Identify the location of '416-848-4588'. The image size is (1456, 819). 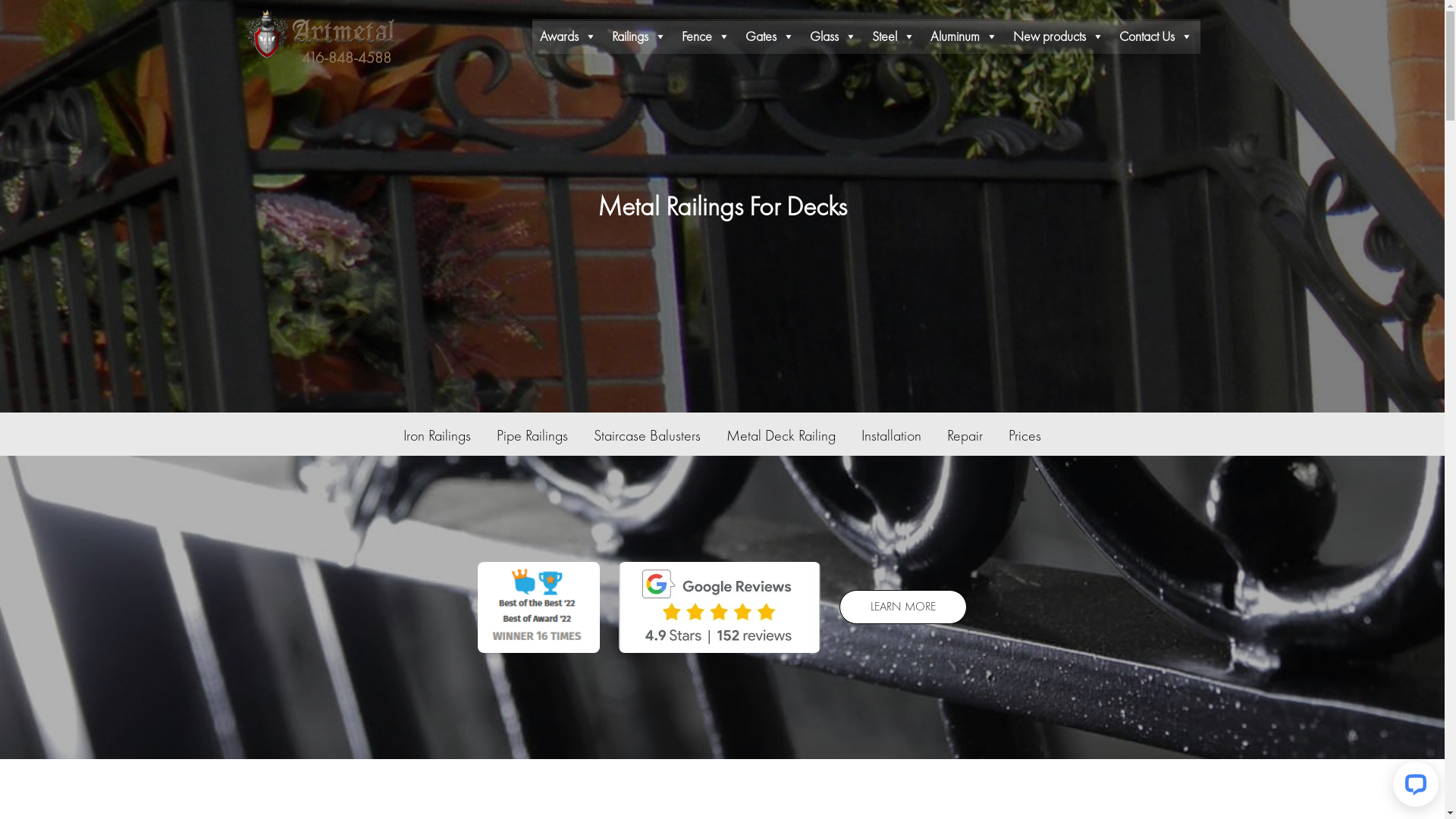
(345, 57).